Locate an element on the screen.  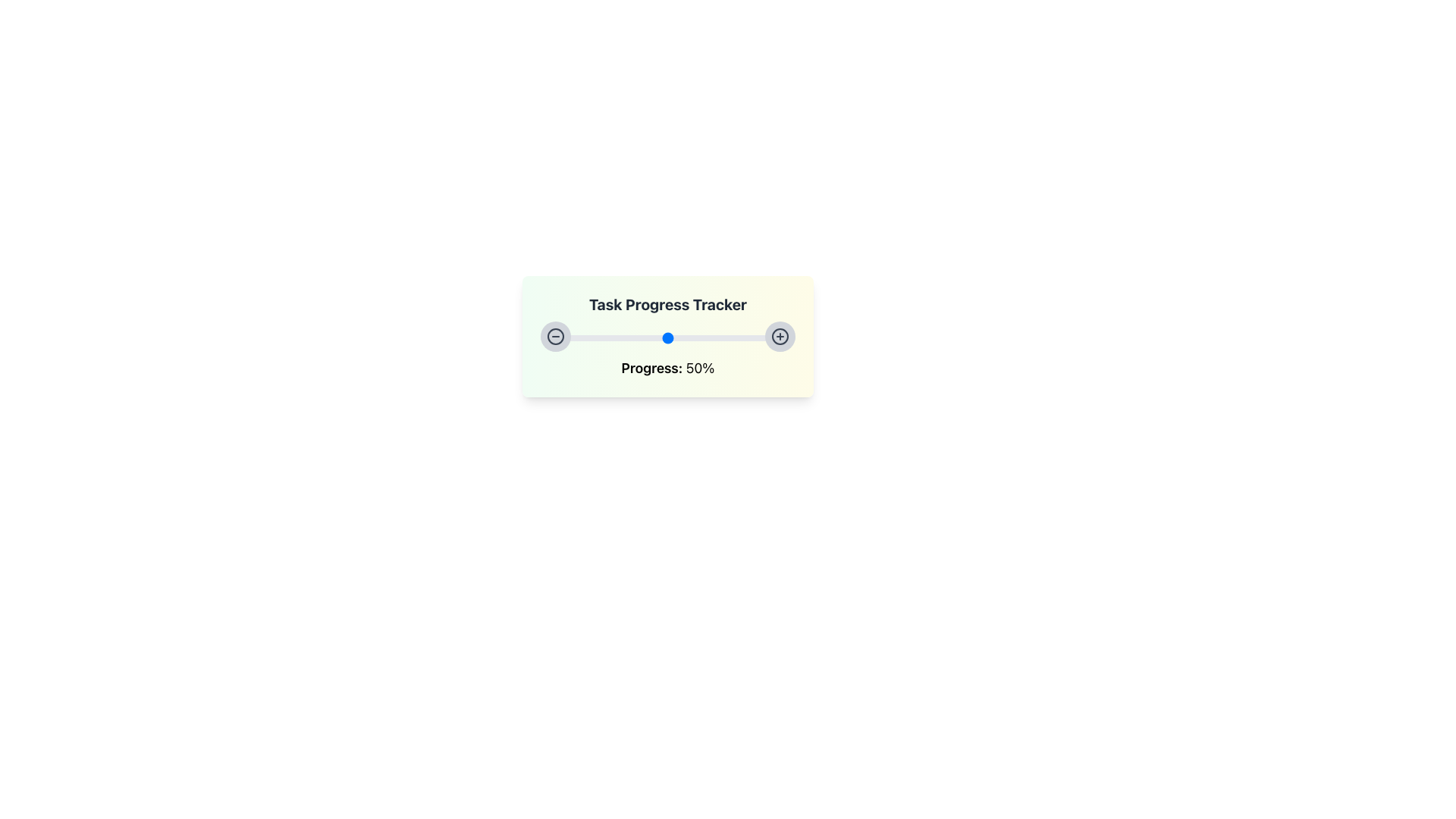
the slider is located at coordinates (675, 337).